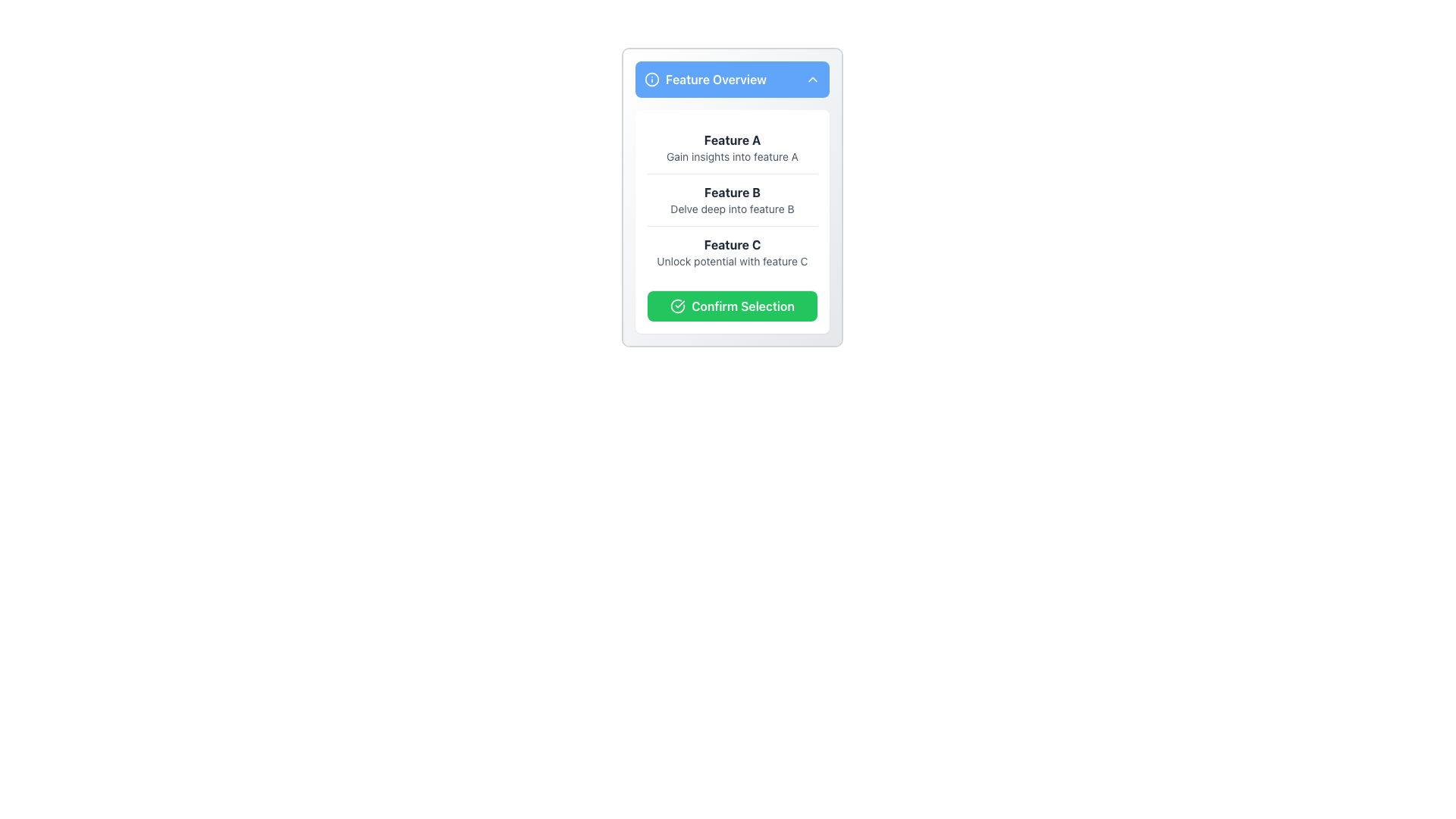  Describe the element at coordinates (732, 140) in the screenshot. I see `the Text label serving as a title for the 'Feature Overview' section` at that location.